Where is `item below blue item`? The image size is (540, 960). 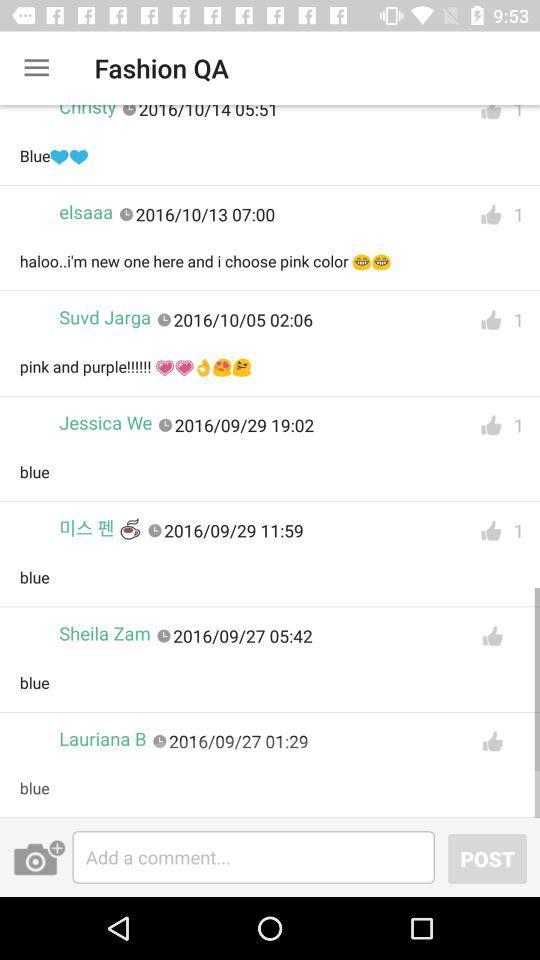 item below blue item is located at coordinates (99, 527).